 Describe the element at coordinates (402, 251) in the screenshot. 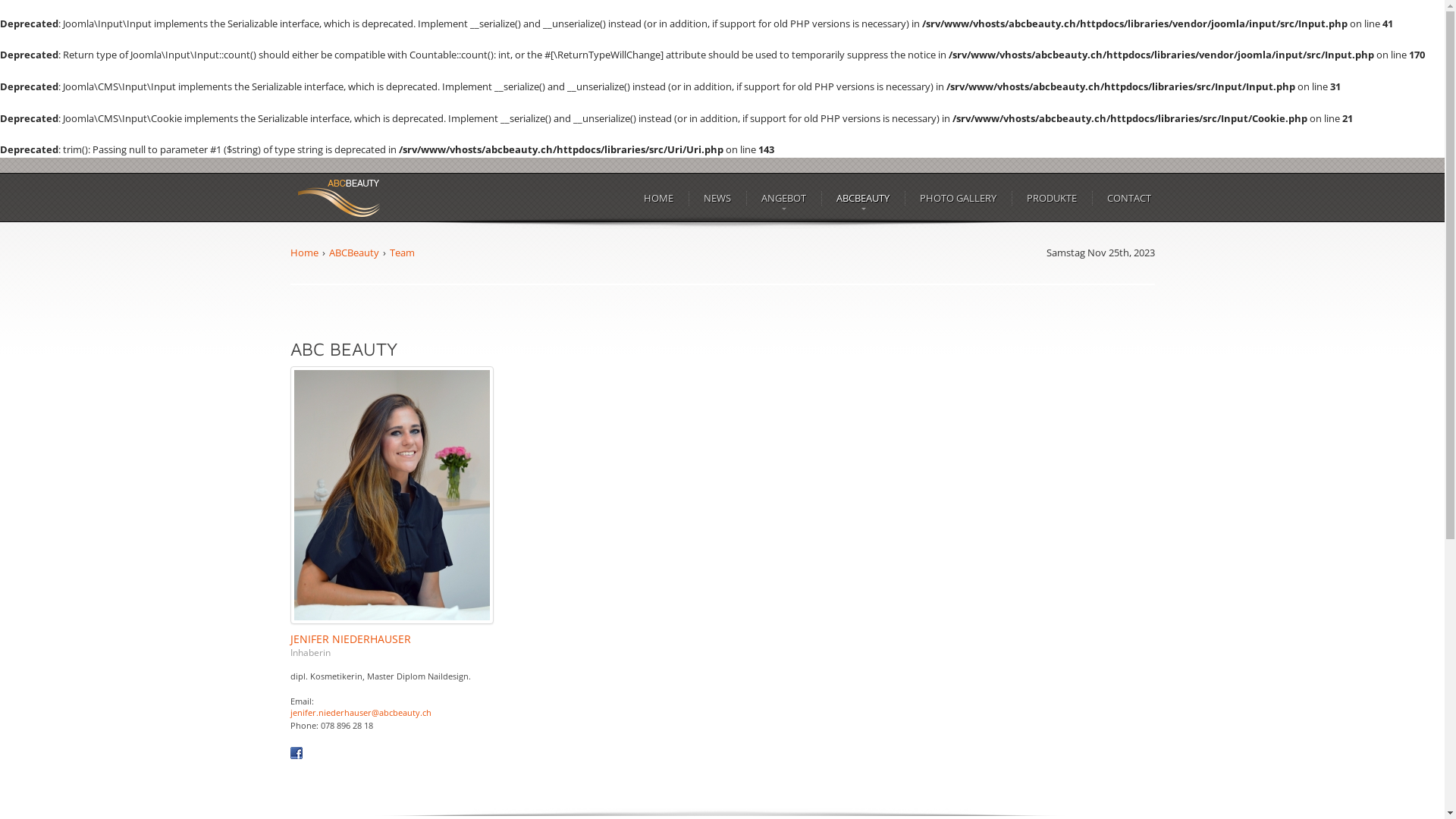

I see `'Team'` at that location.